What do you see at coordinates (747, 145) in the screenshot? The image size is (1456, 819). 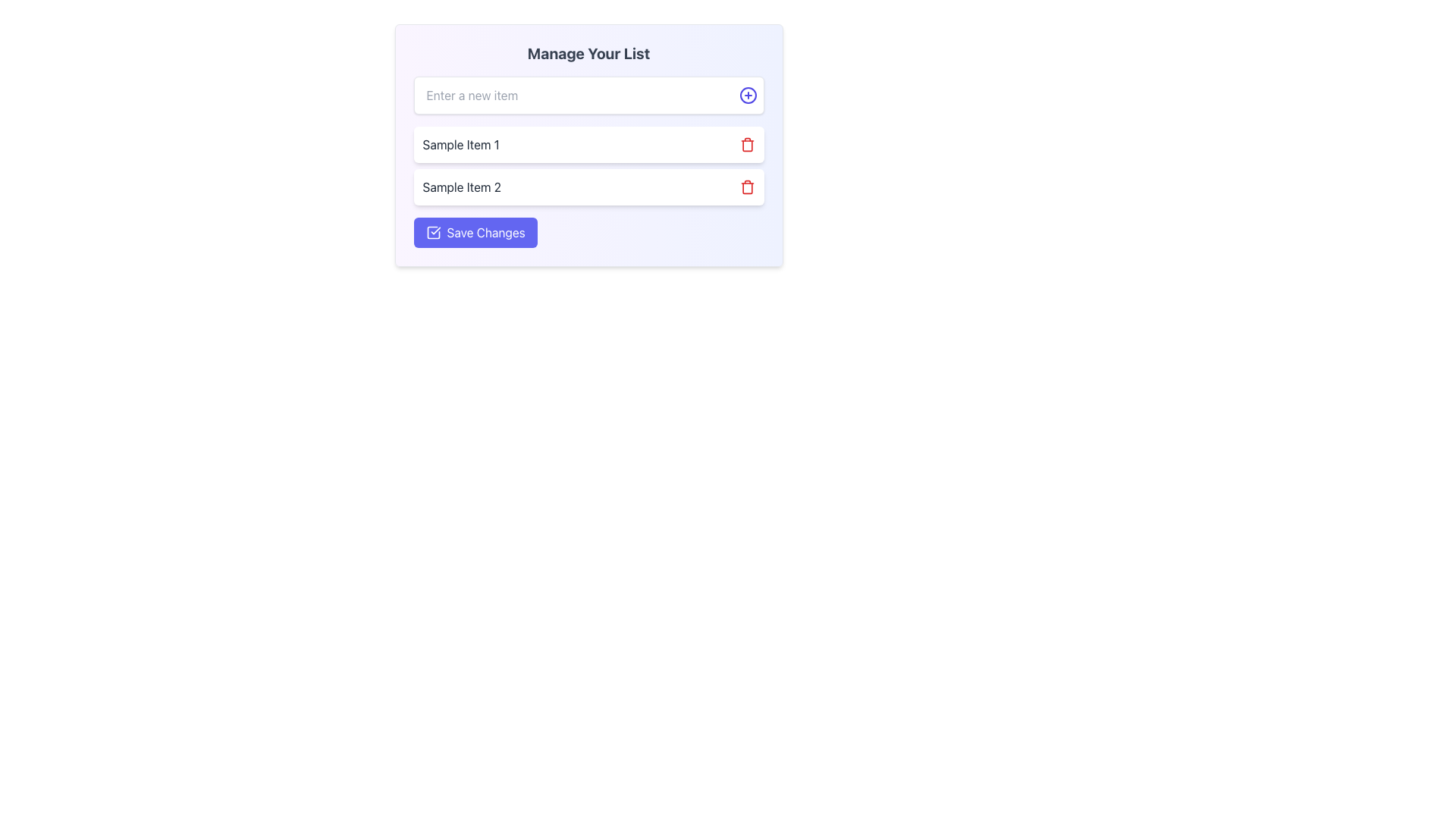 I see `the vector graphic icon styled as a delete button for 'Sample Item 1'` at bounding box center [747, 145].